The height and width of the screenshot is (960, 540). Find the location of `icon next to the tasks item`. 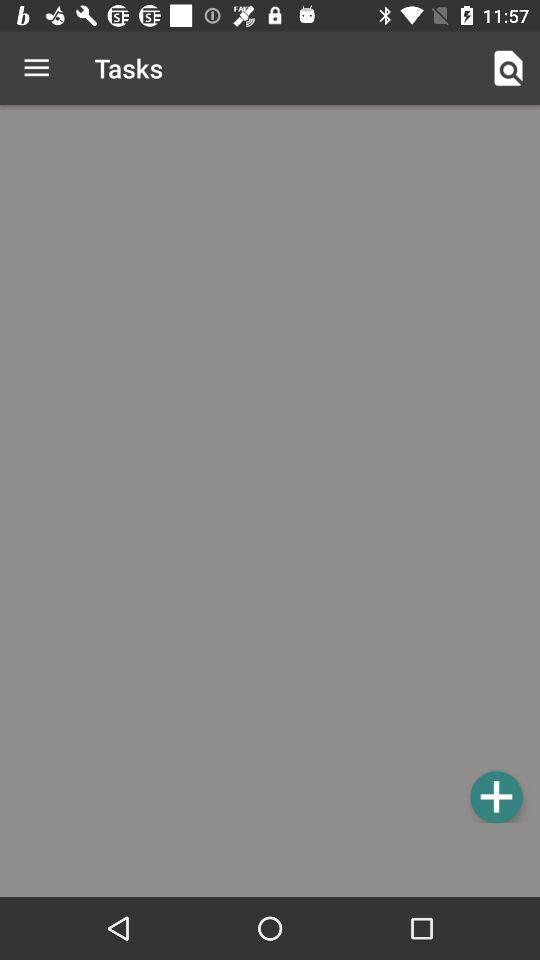

icon next to the tasks item is located at coordinates (508, 68).